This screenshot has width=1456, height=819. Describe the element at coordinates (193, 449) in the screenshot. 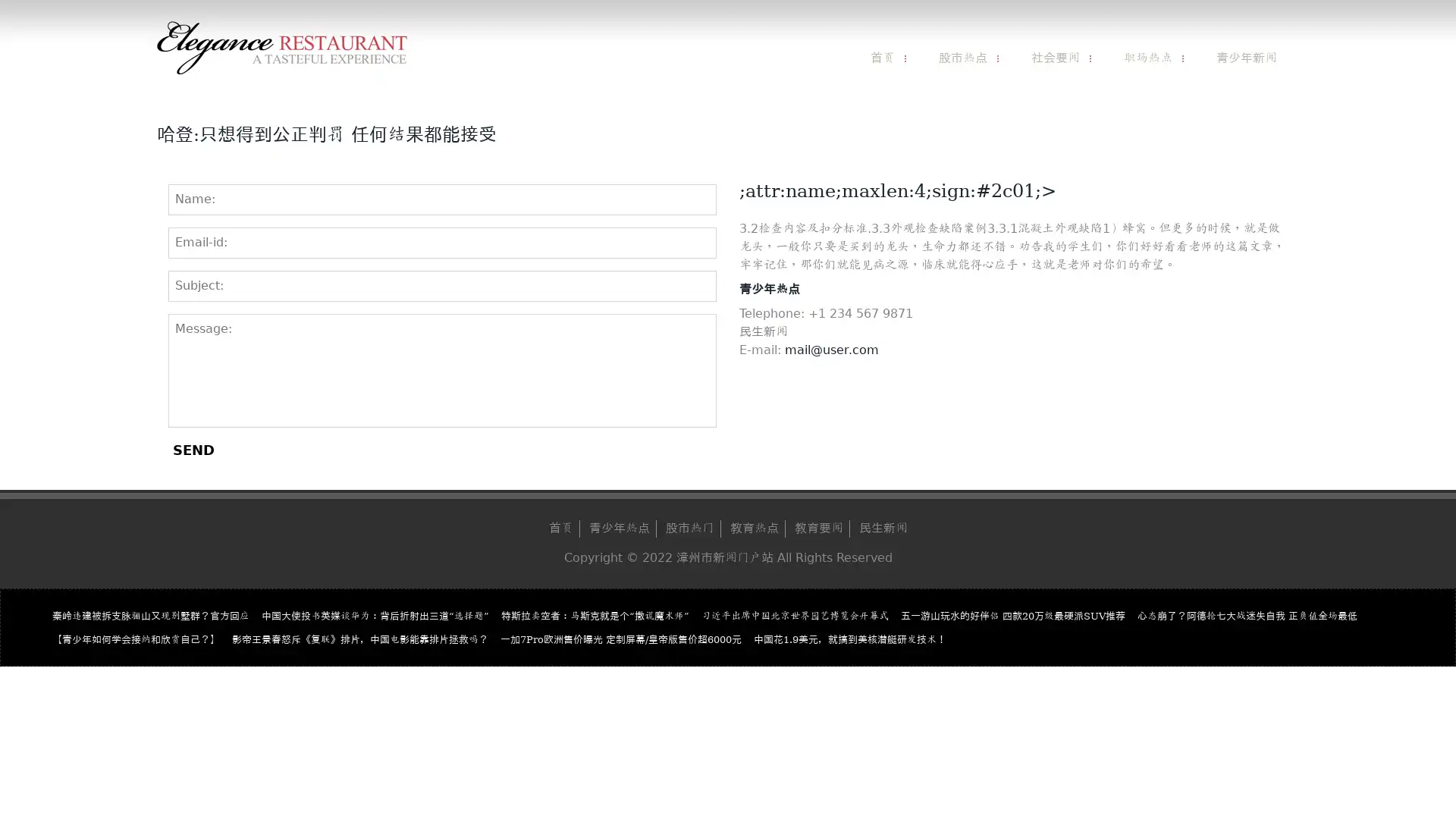

I see `SEND` at that location.